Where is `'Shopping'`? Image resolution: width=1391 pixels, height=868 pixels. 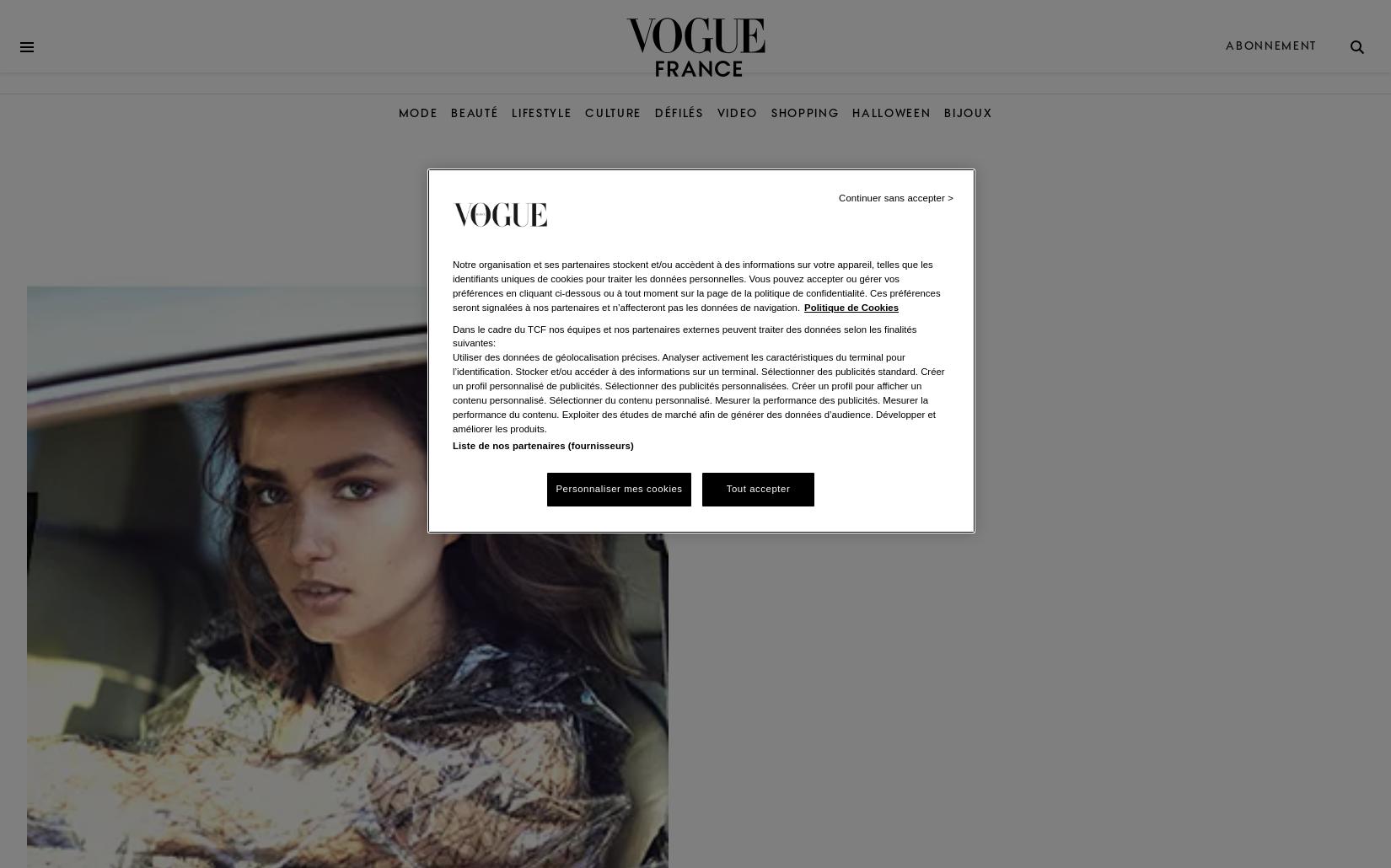 'Shopping' is located at coordinates (804, 112).